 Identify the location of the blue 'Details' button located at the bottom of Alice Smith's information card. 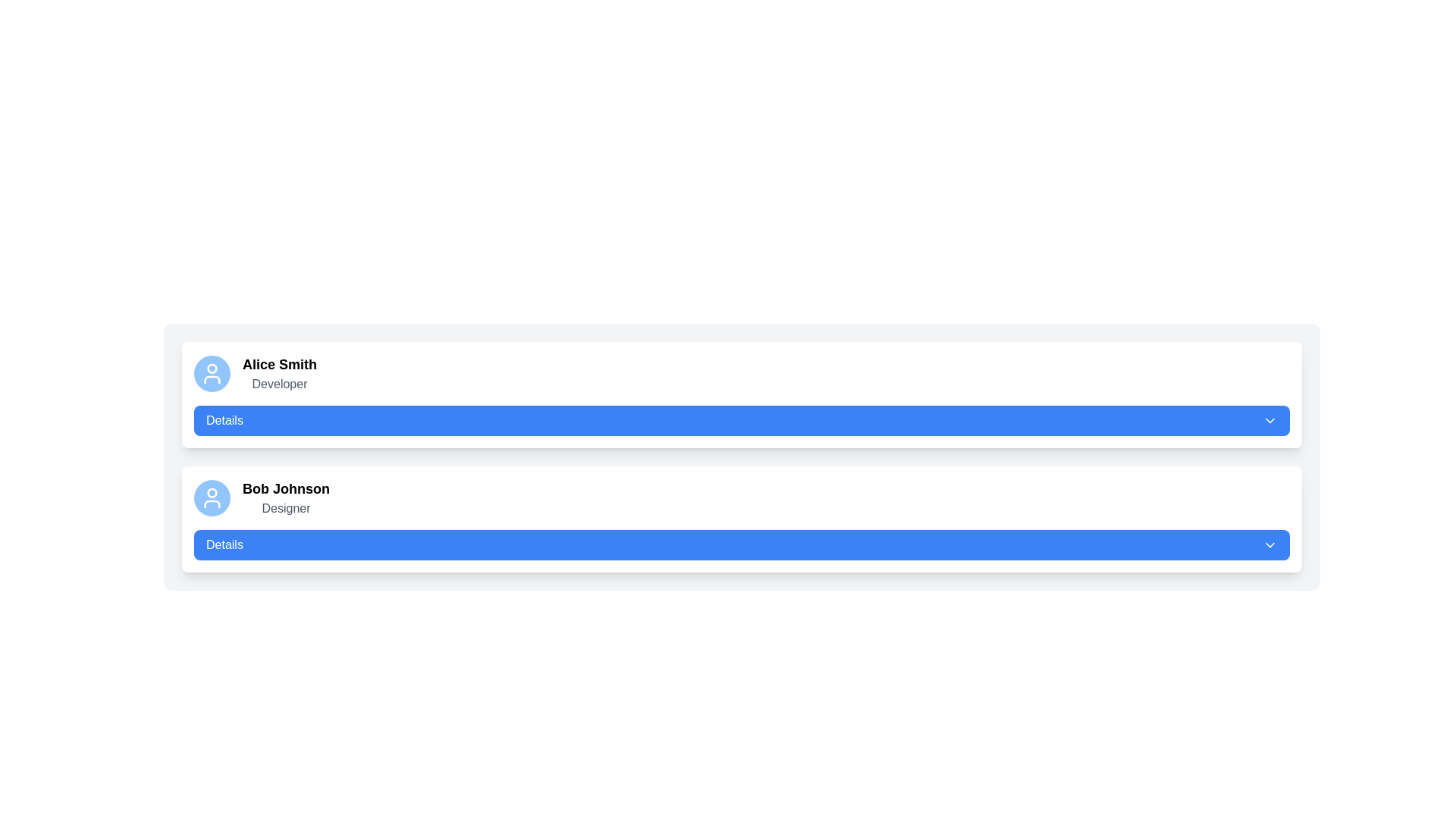
(742, 421).